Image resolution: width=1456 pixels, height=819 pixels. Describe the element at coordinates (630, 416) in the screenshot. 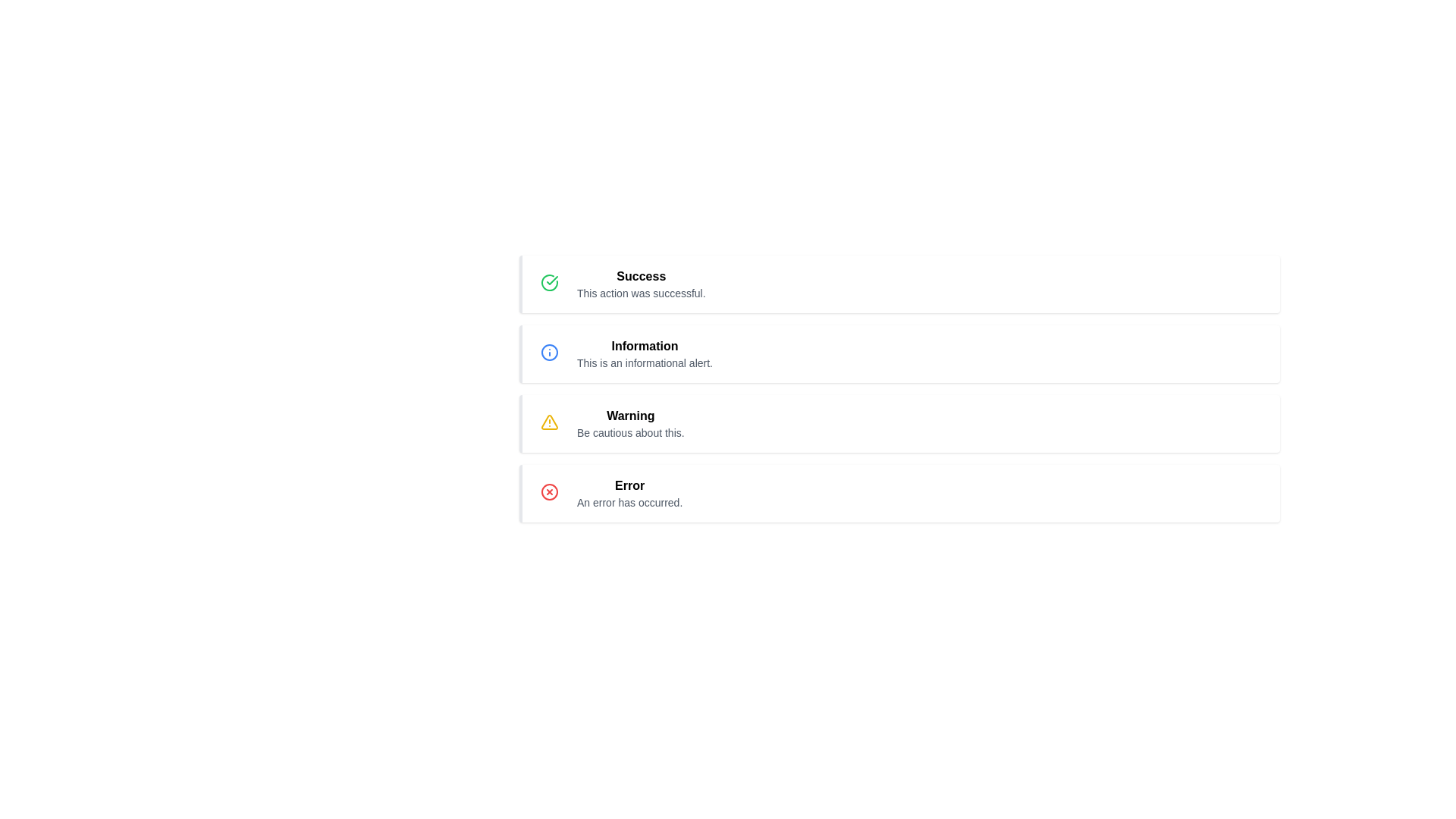

I see `the bolded 'Warning' static text element, which serves as the main header of a warning notification, positioned to the right of a yellow warning icon` at that location.